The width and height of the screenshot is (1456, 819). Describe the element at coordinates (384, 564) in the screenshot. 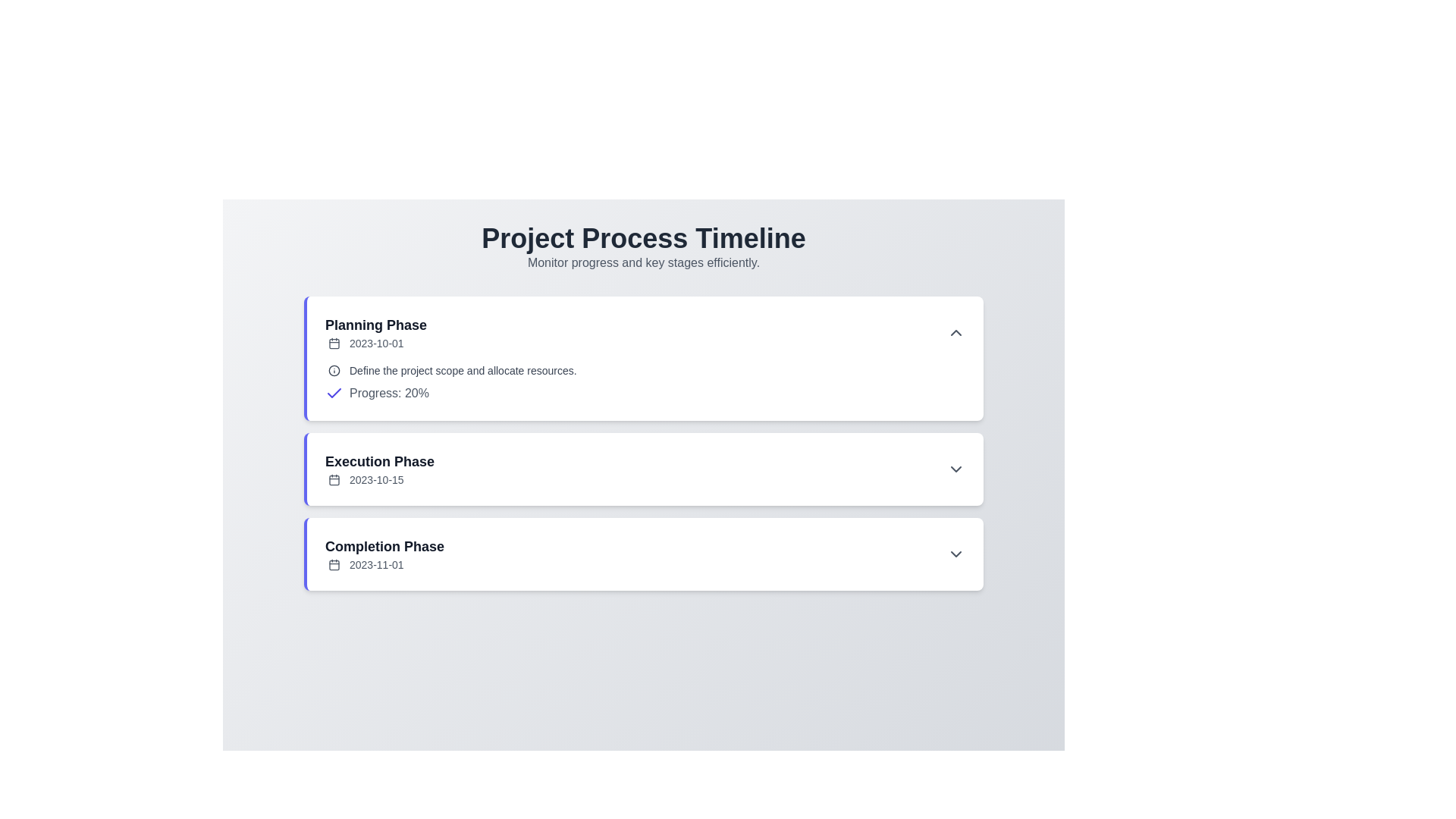

I see `text indicating the date related to the 'Completion Phase' milestone, located below the title text 'Completion Phase' and alongside the calendar icon` at that location.